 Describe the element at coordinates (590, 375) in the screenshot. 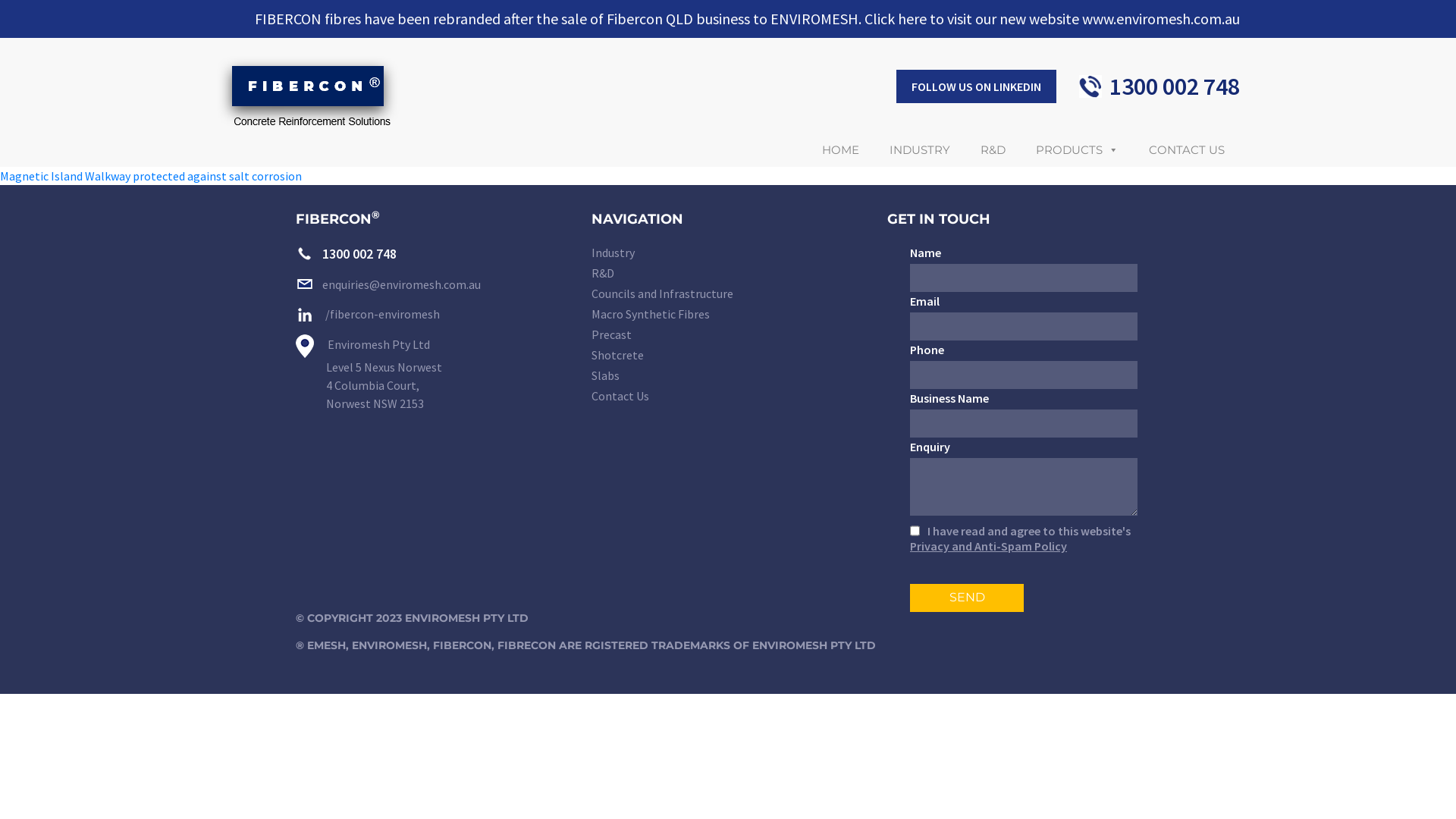

I see `'Slabs'` at that location.